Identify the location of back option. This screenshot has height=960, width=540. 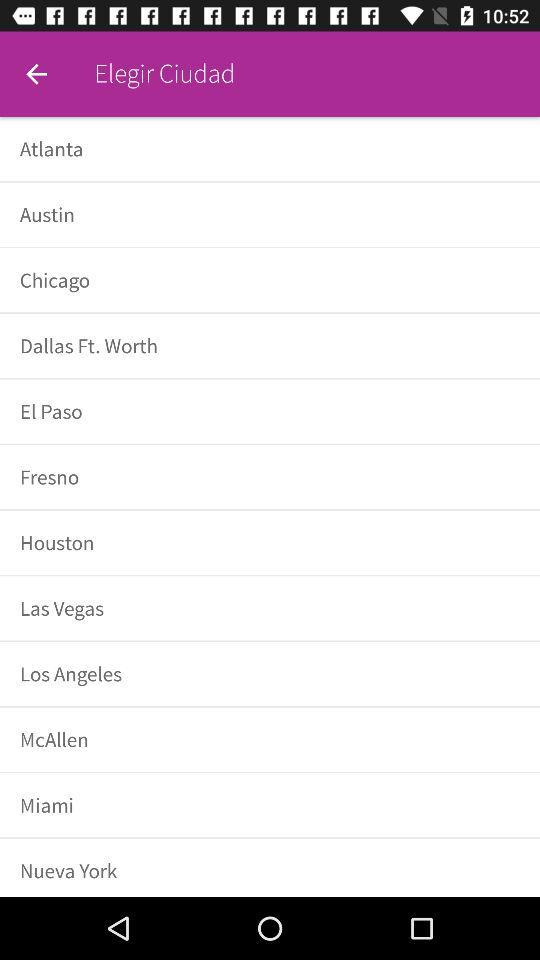
(36, 74).